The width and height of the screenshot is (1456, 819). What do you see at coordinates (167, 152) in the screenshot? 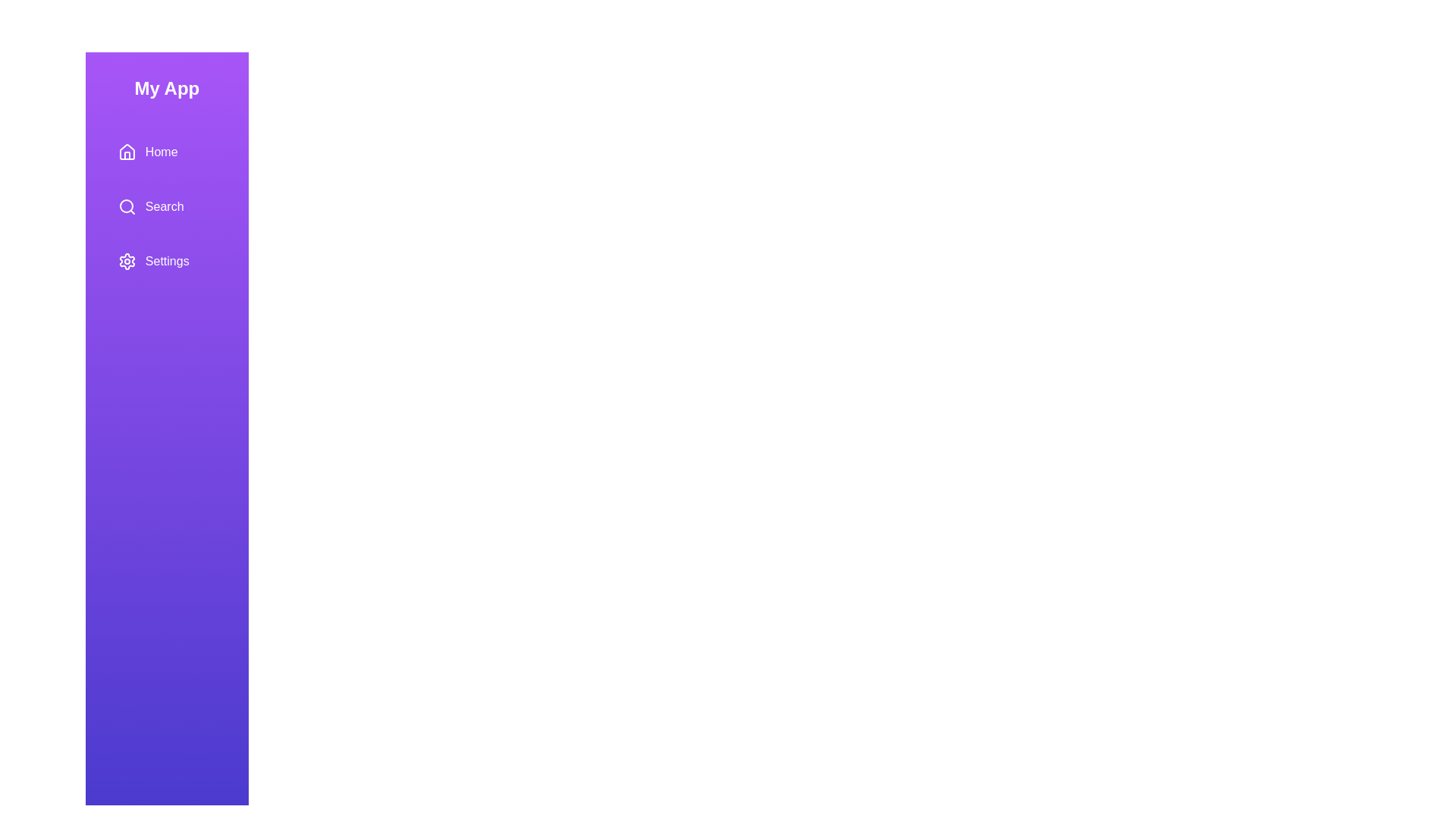
I see `the Home menu option` at bounding box center [167, 152].